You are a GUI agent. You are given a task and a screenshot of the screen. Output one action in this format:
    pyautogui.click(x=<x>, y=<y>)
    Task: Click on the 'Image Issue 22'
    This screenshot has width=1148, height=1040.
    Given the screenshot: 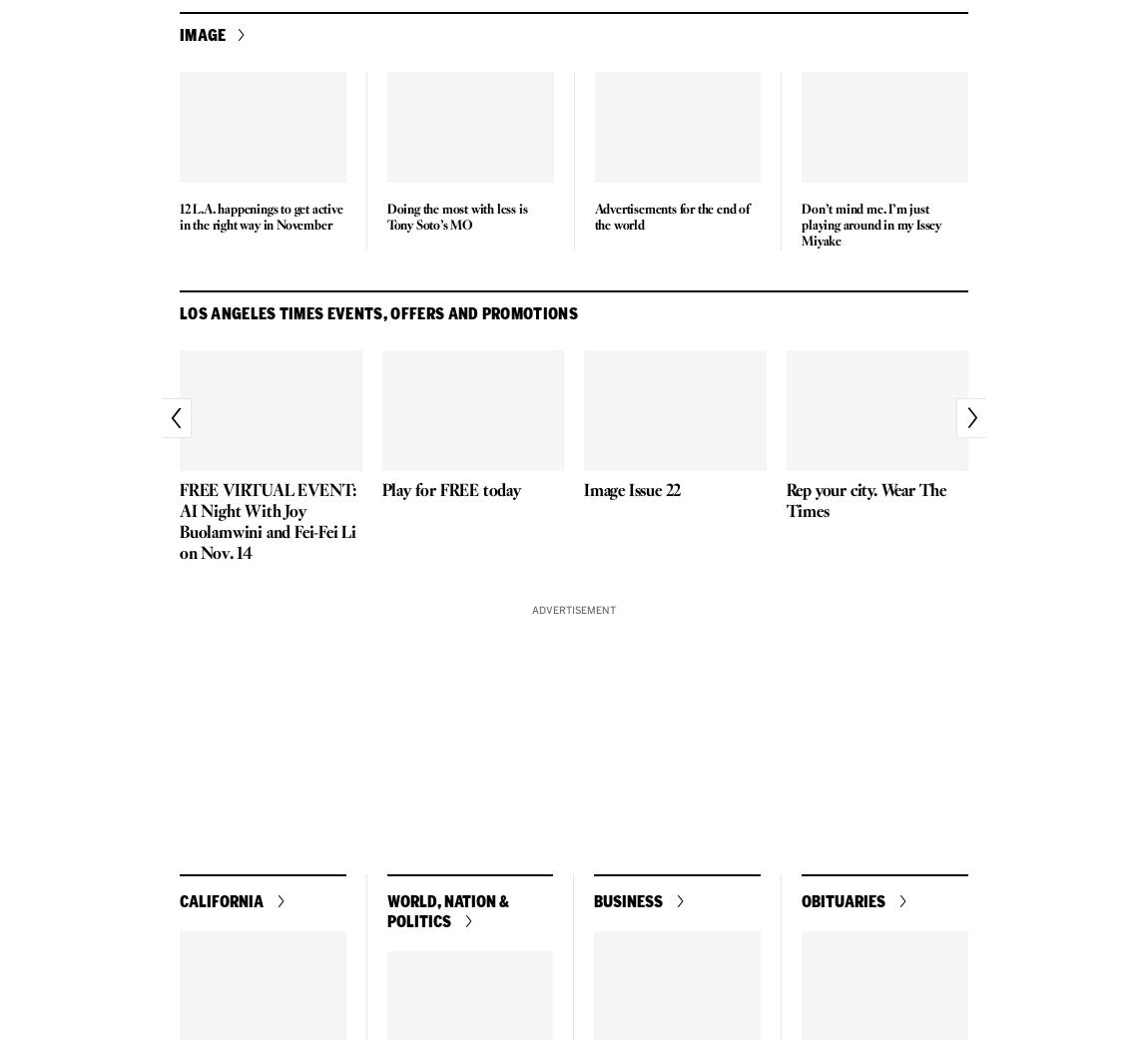 What is the action you would take?
    pyautogui.click(x=631, y=491)
    